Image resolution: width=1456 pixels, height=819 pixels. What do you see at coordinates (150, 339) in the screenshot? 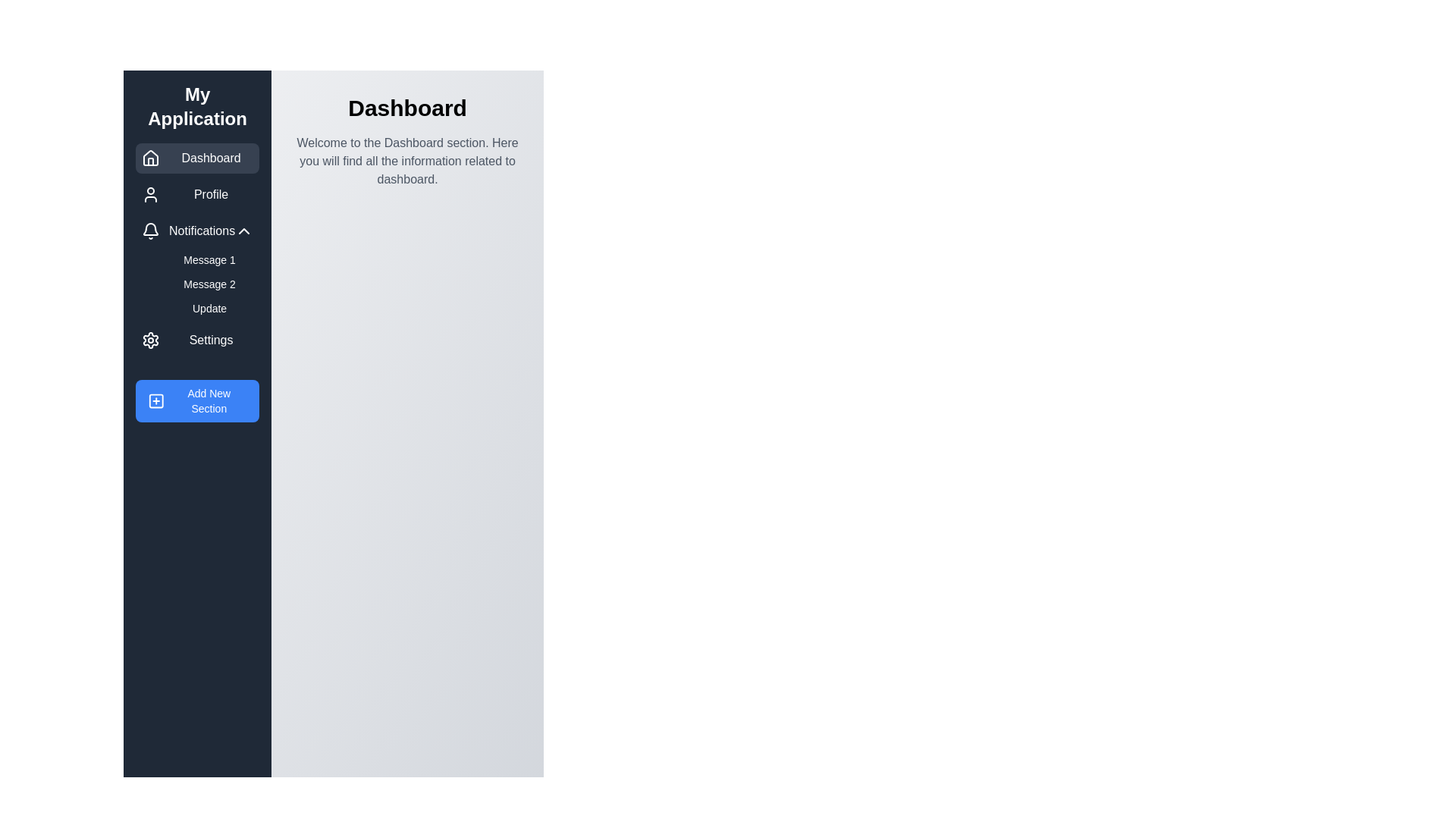
I see `the settings menu icon located in the left navigation menu, positioned just below the 'Notifications' menu and above the 'Add New Section' button` at bounding box center [150, 339].